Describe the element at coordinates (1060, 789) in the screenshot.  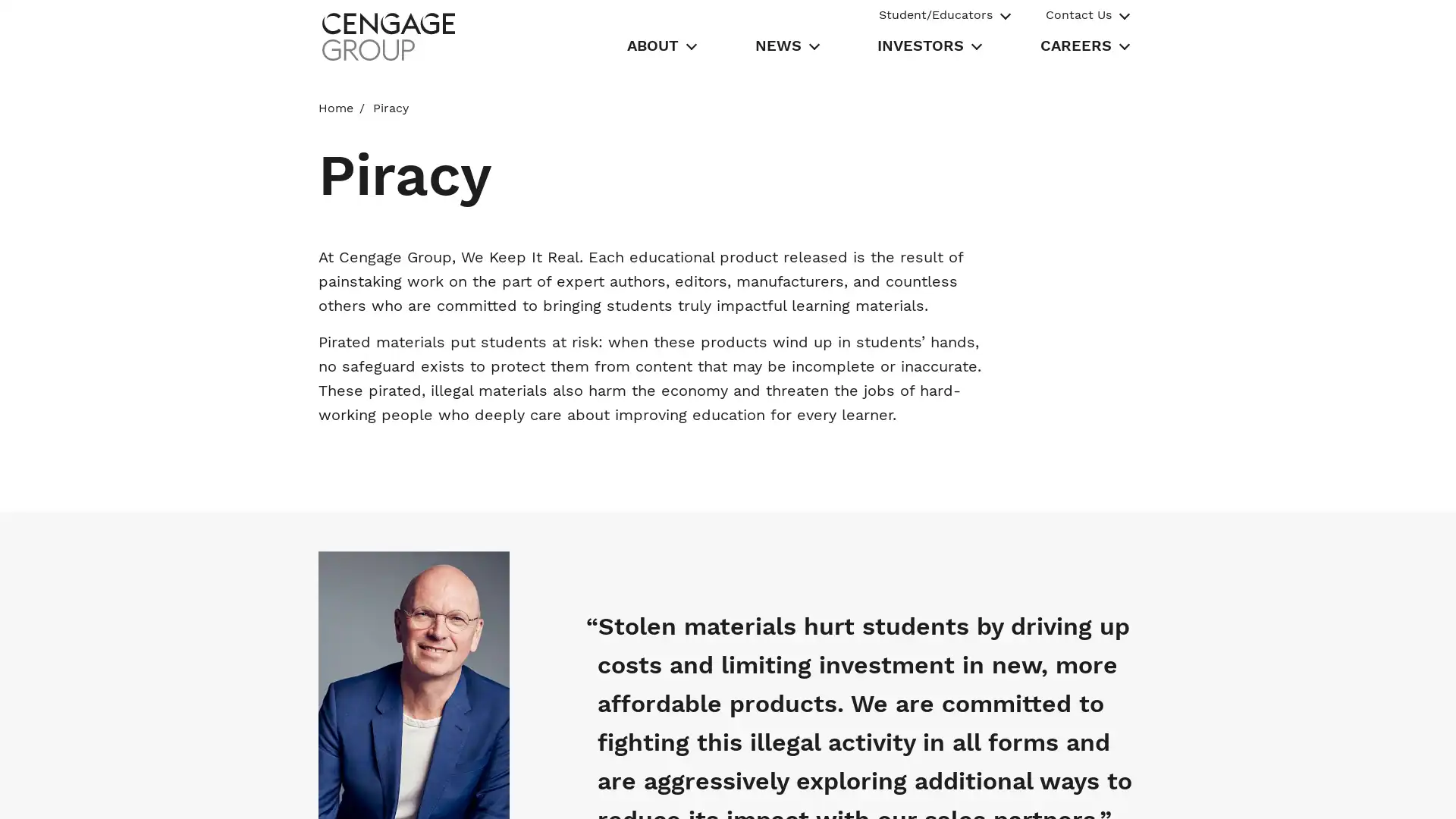
I see `Manage Options` at that location.